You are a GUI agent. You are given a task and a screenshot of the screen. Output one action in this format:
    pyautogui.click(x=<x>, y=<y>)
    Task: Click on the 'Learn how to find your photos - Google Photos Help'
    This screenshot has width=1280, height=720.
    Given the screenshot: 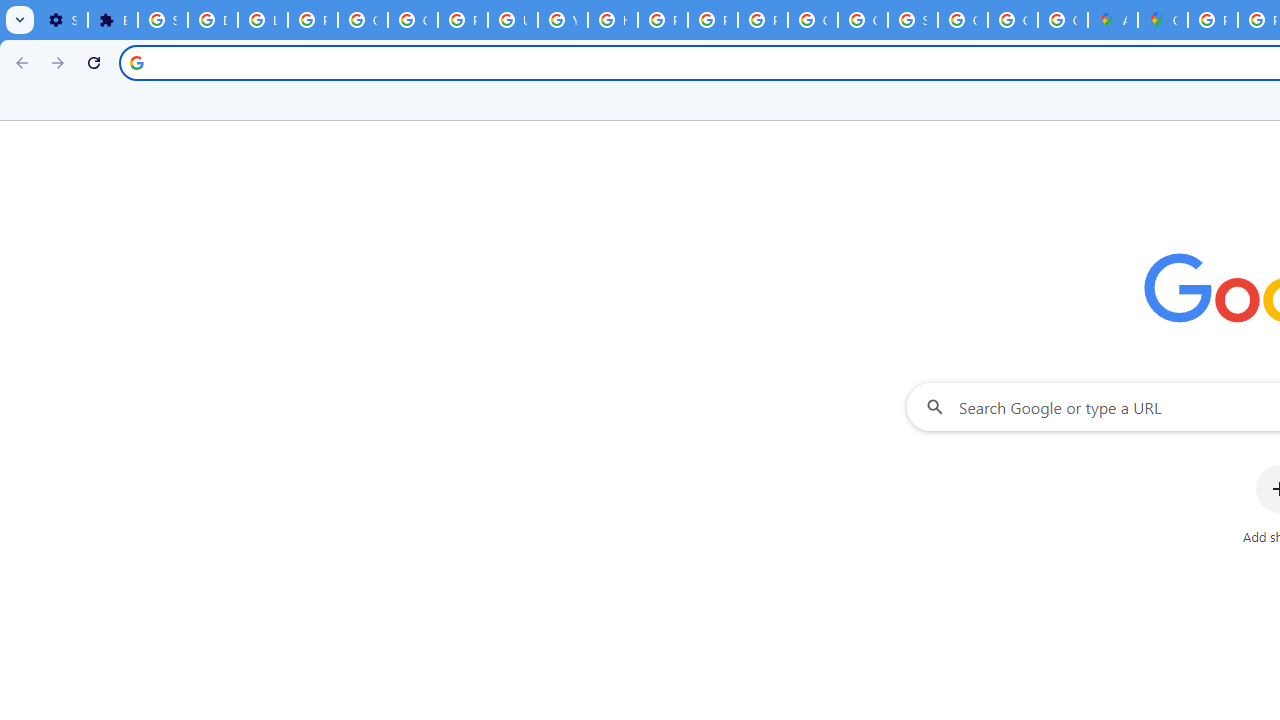 What is the action you would take?
    pyautogui.click(x=262, y=20)
    